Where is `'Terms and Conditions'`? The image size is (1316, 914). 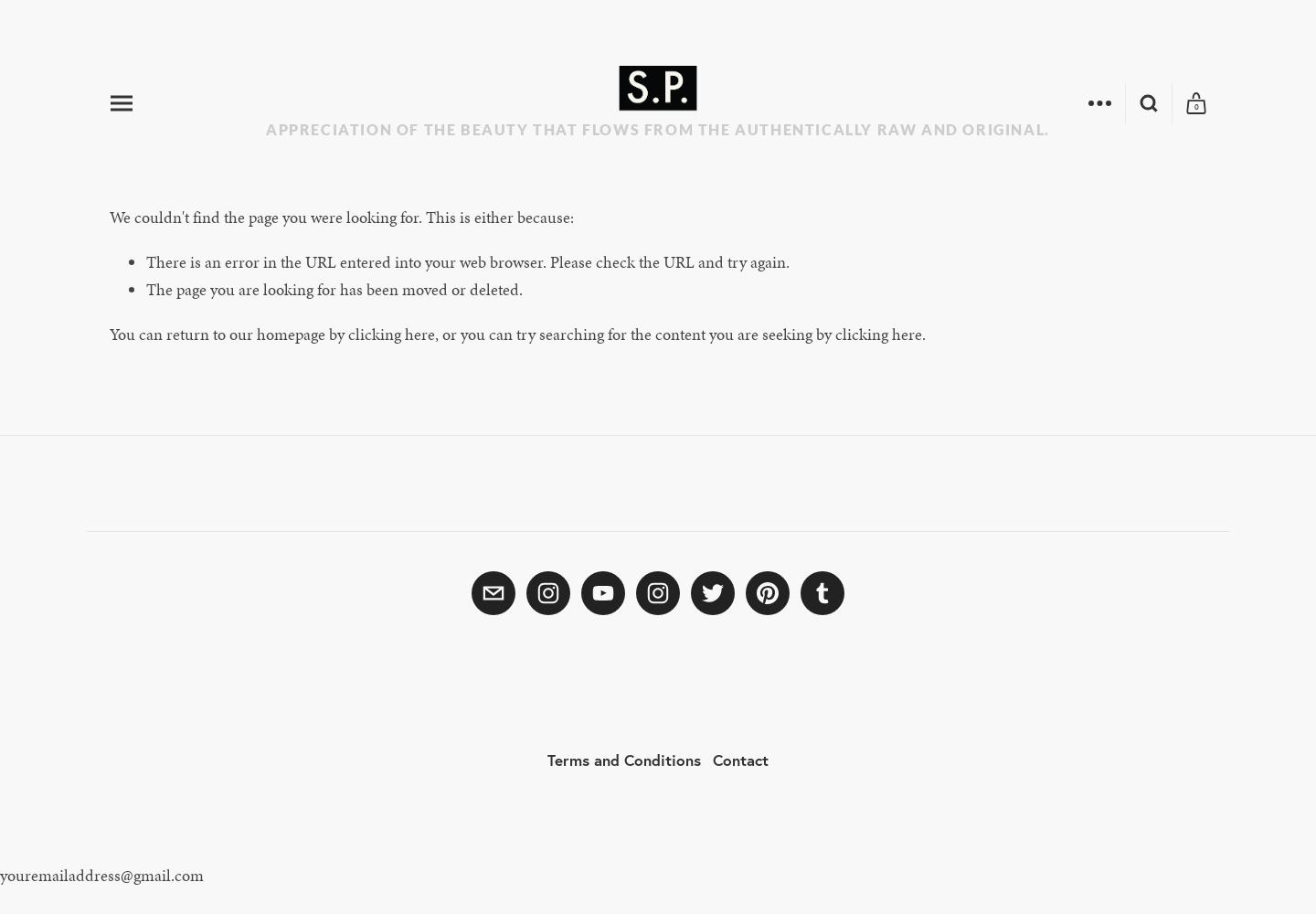
'Terms and Conditions' is located at coordinates (547, 759).